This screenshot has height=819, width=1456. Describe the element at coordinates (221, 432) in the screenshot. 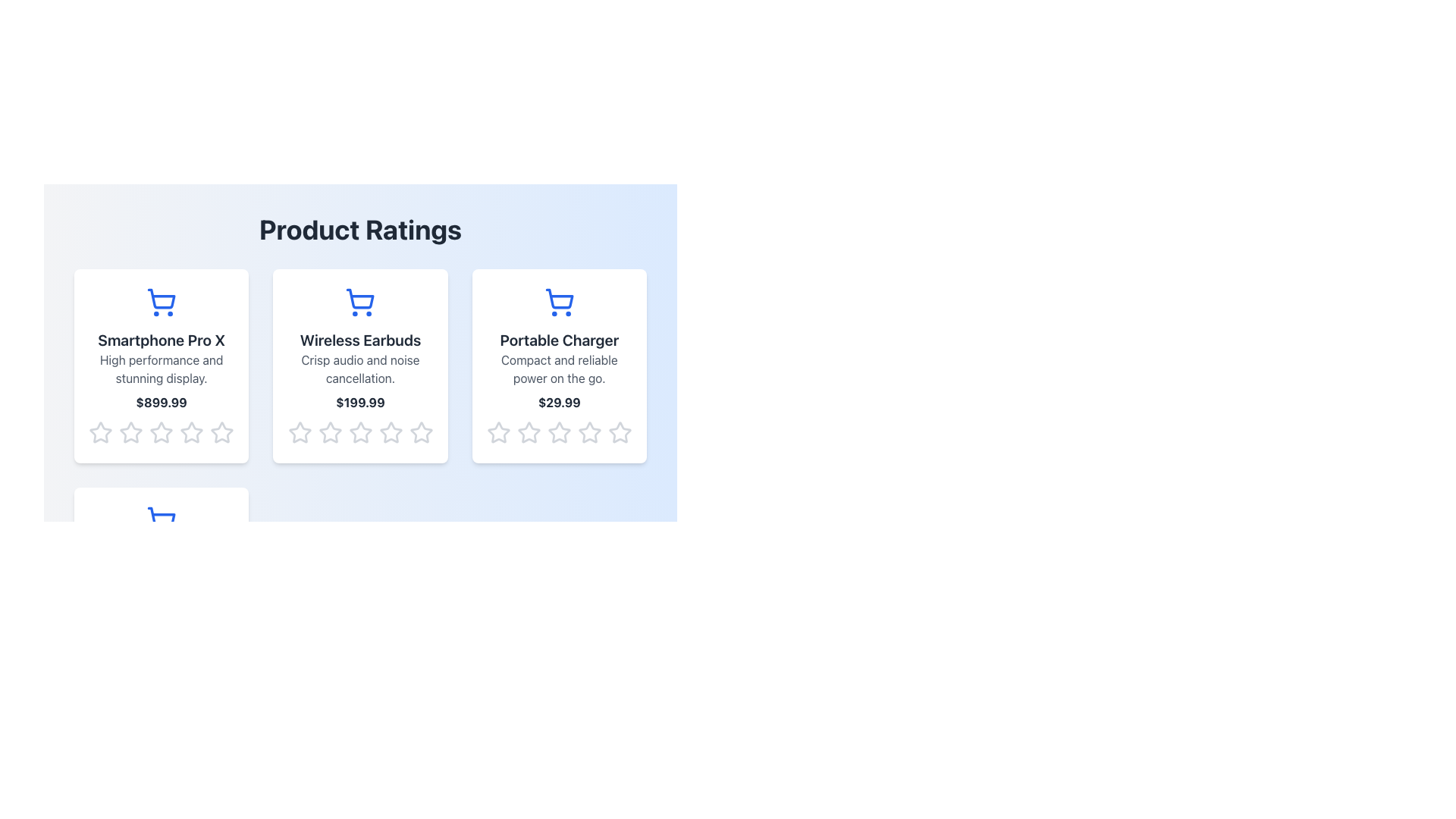

I see `the fifth gray, hollow star icon in the 'Product Ratings' section below the product description card for the 'Smartphone Pro X' to observe the interaction effect` at that location.